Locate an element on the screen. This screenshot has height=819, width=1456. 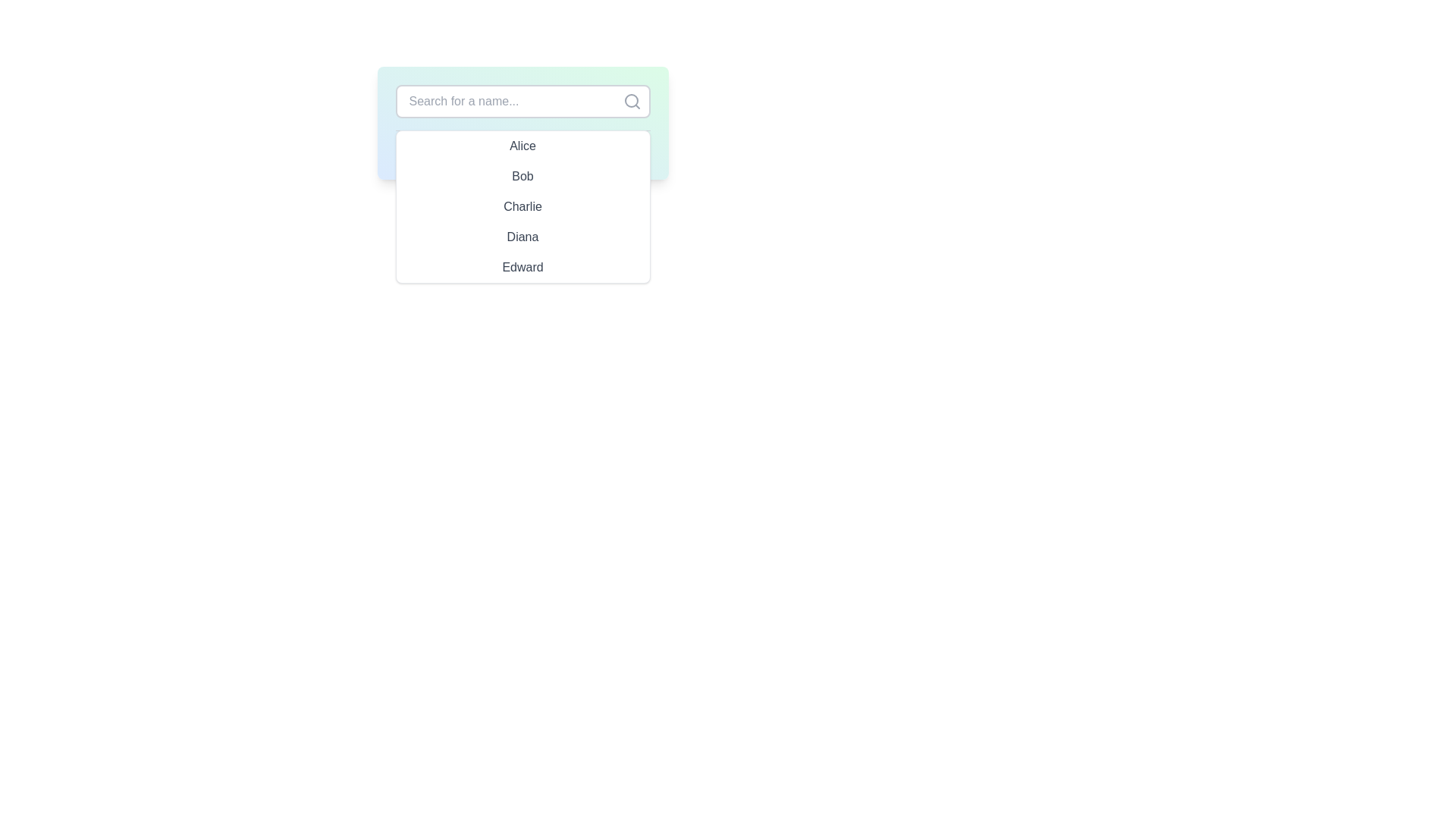
the search icon located inside the search input field, positioned towards the right edge is located at coordinates (632, 102).